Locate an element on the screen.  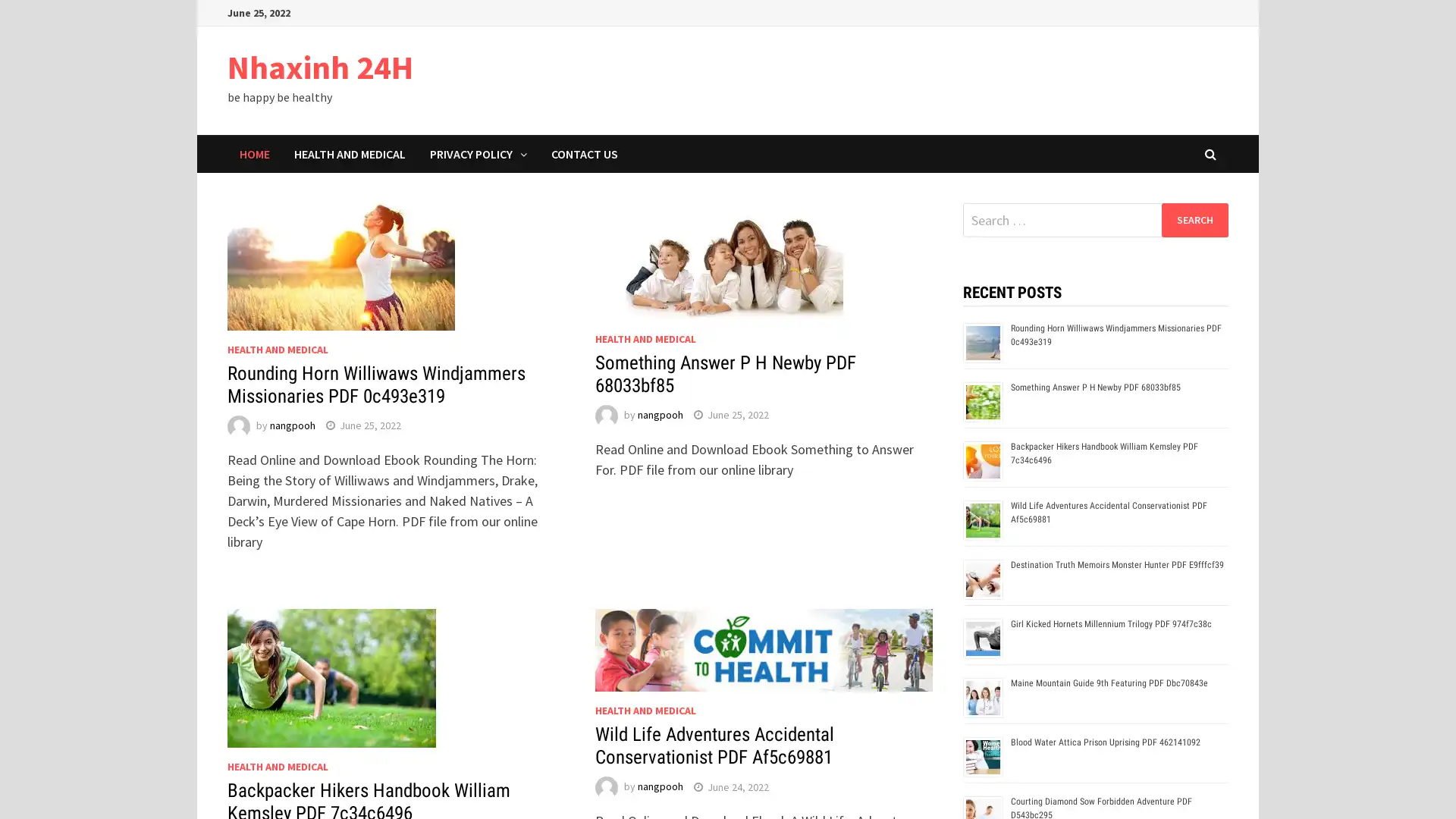
Search is located at coordinates (1194, 219).